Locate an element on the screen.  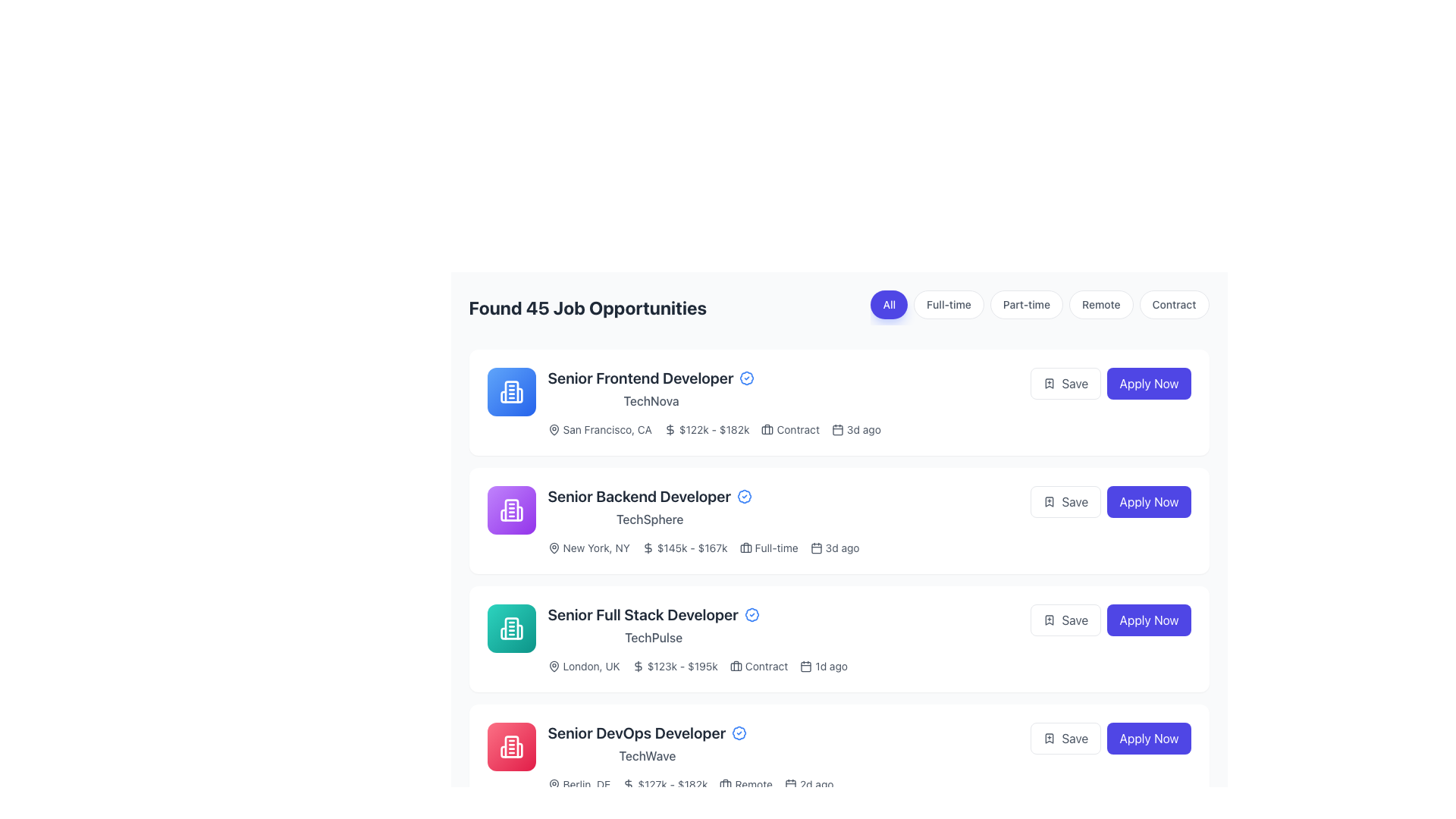
the save icon located inside the 'Save' button next to the 'Senior Full Stack Developer' job listing is located at coordinates (1049, 620).